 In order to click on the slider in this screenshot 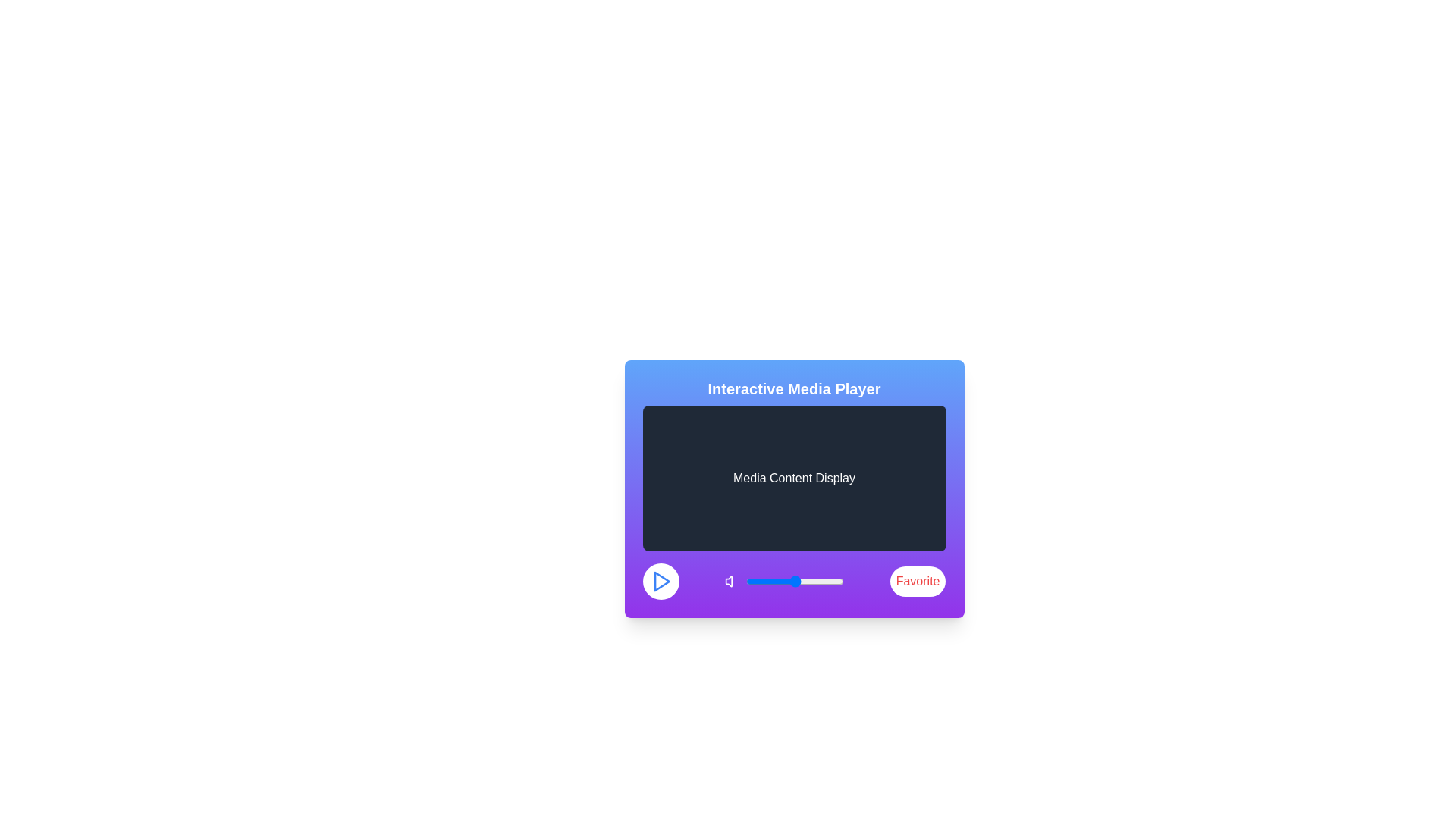, I will do `click(824, 581)`.